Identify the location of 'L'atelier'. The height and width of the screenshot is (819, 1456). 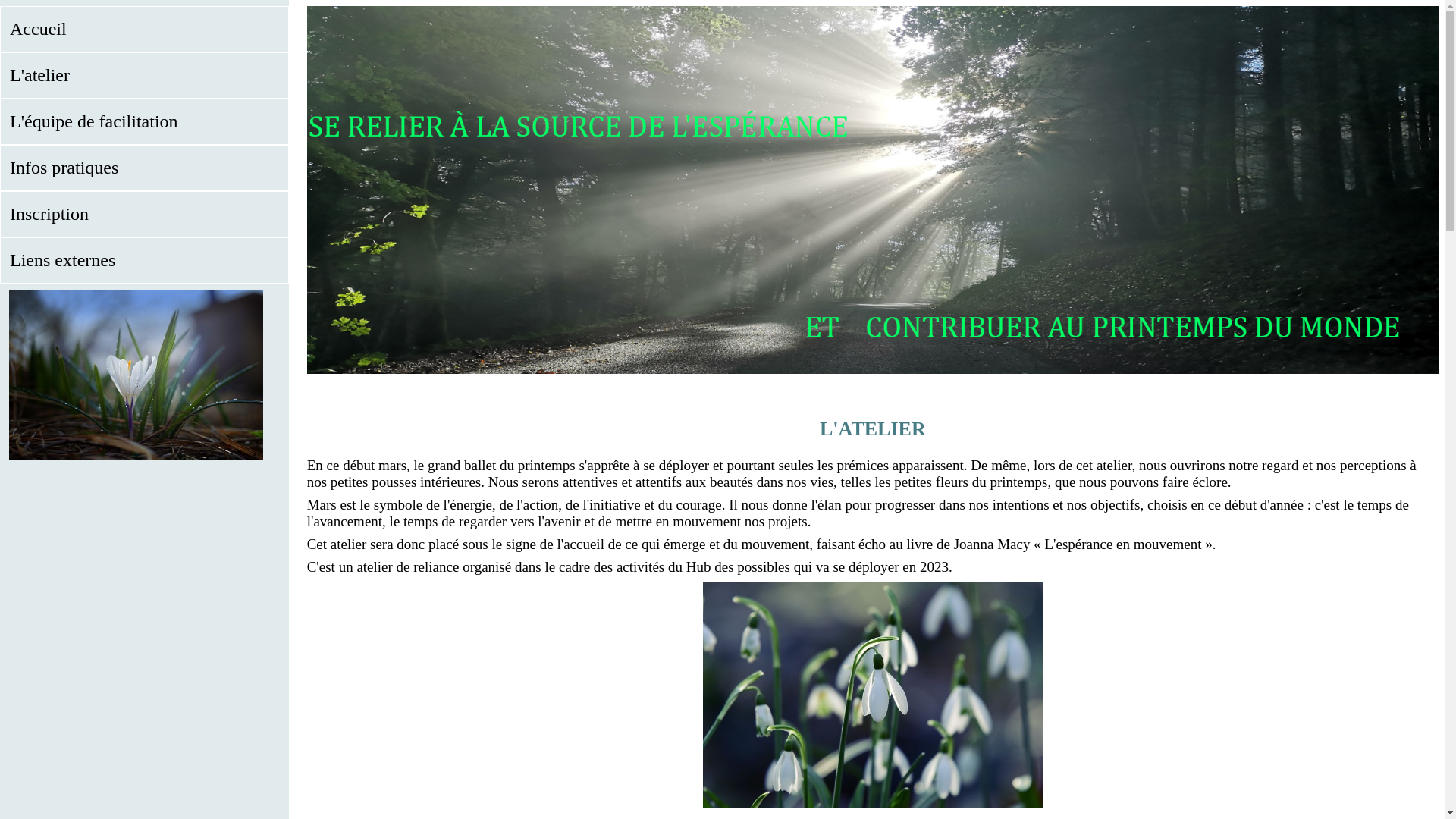
(144, 75).